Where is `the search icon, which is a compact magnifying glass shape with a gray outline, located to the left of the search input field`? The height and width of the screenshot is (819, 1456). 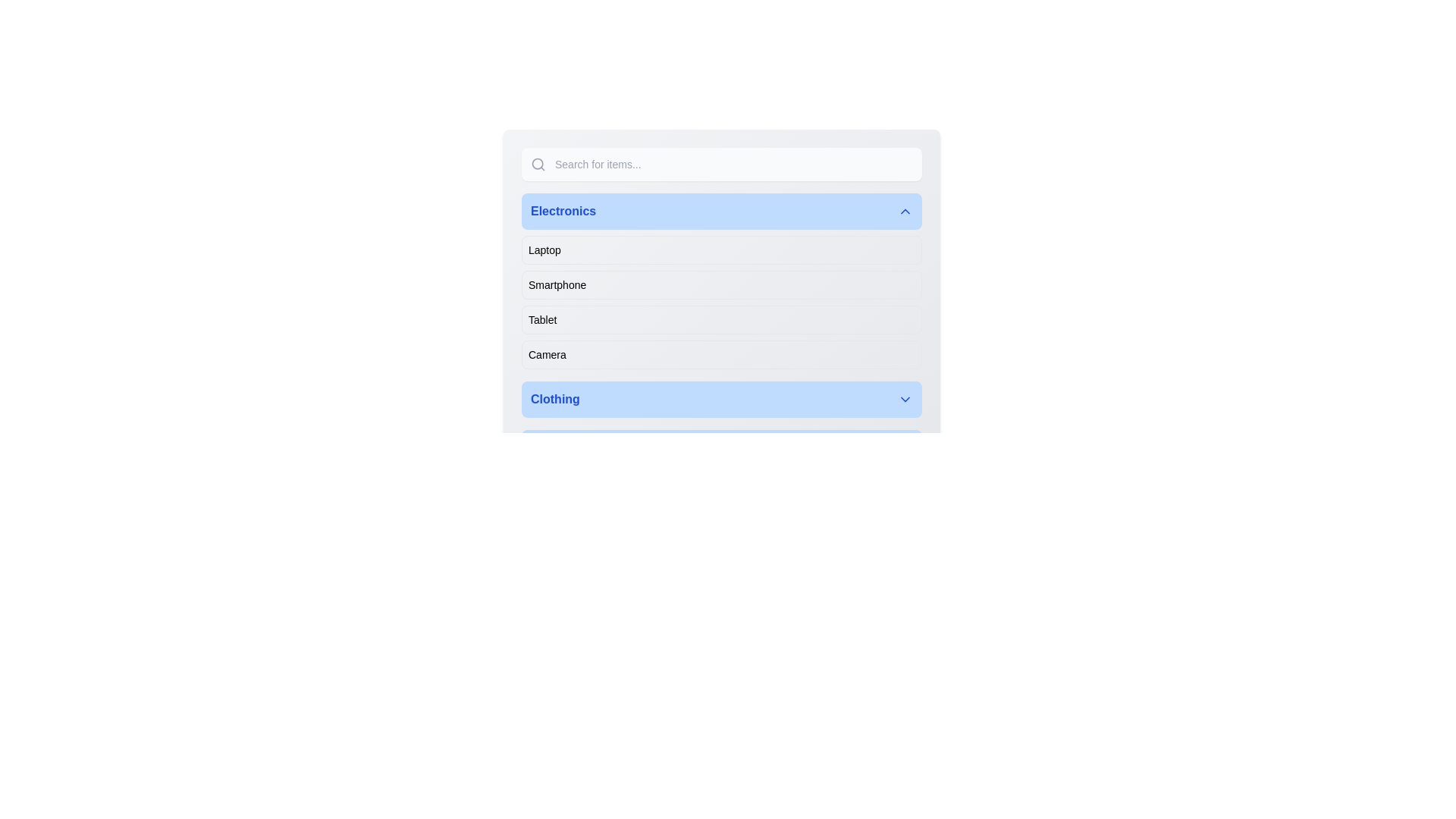
the search icon, which is a compact magnifying glass shape with a gray outline, located to the left of the search input field is located at coordinates (538, 164).